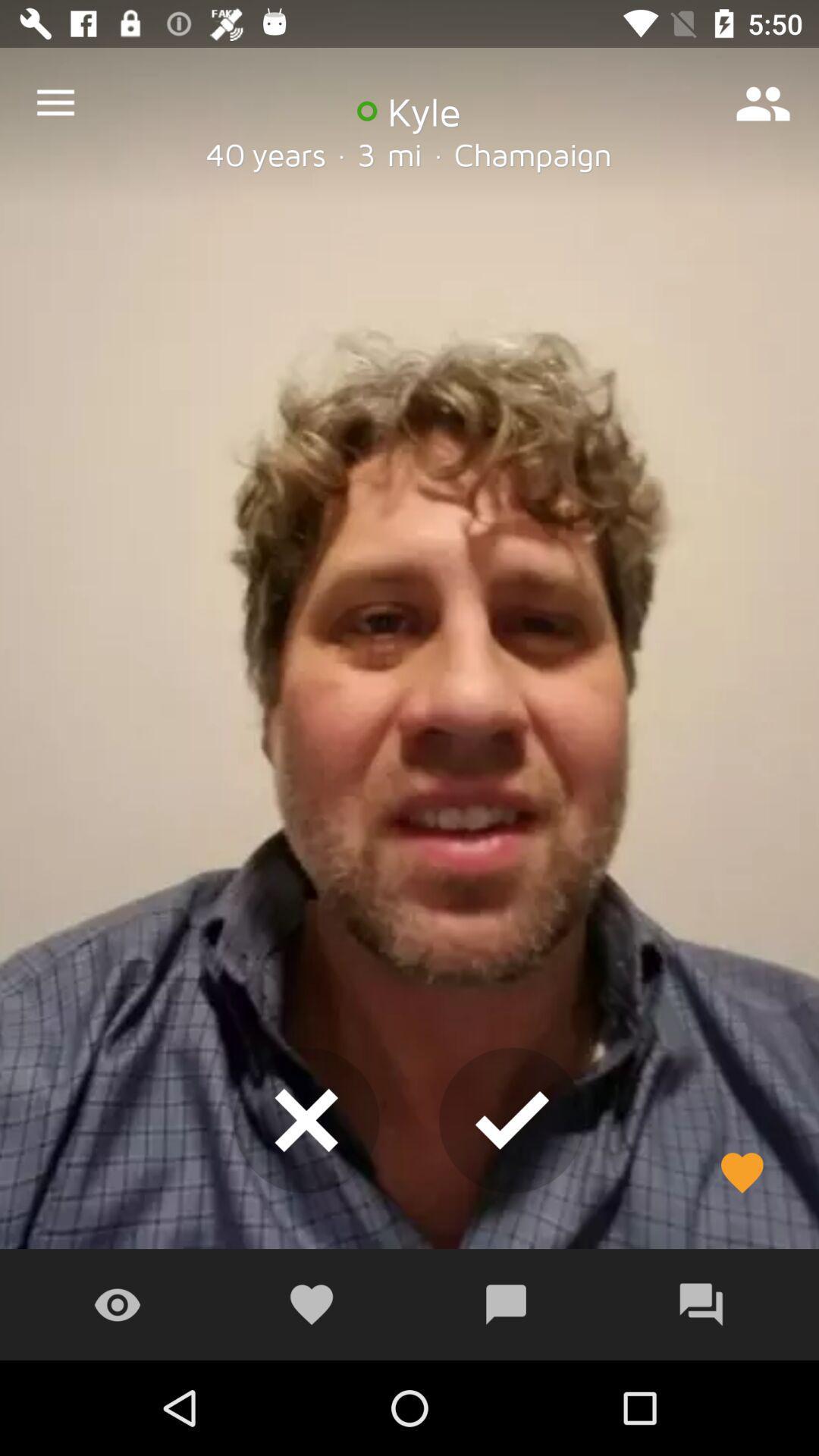 This screenshot has width=819, height=1456. What do you see at coordinates (311, 1304) in the screenshot?
I see `like icon which is to the right of view icon` at bounding box center [311, 1304].